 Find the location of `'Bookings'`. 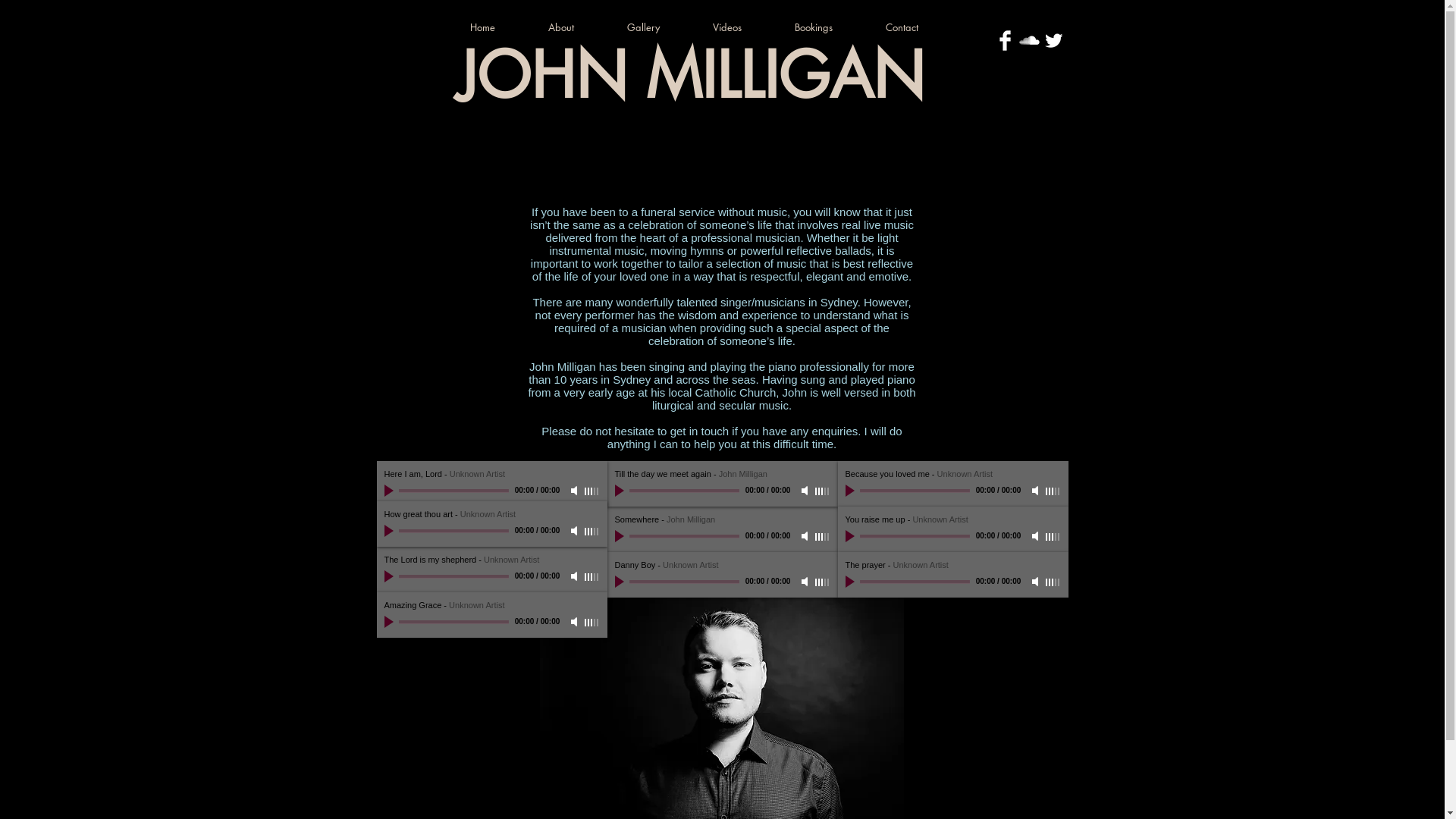

'Bookings' is located at coordinates (825, 27).